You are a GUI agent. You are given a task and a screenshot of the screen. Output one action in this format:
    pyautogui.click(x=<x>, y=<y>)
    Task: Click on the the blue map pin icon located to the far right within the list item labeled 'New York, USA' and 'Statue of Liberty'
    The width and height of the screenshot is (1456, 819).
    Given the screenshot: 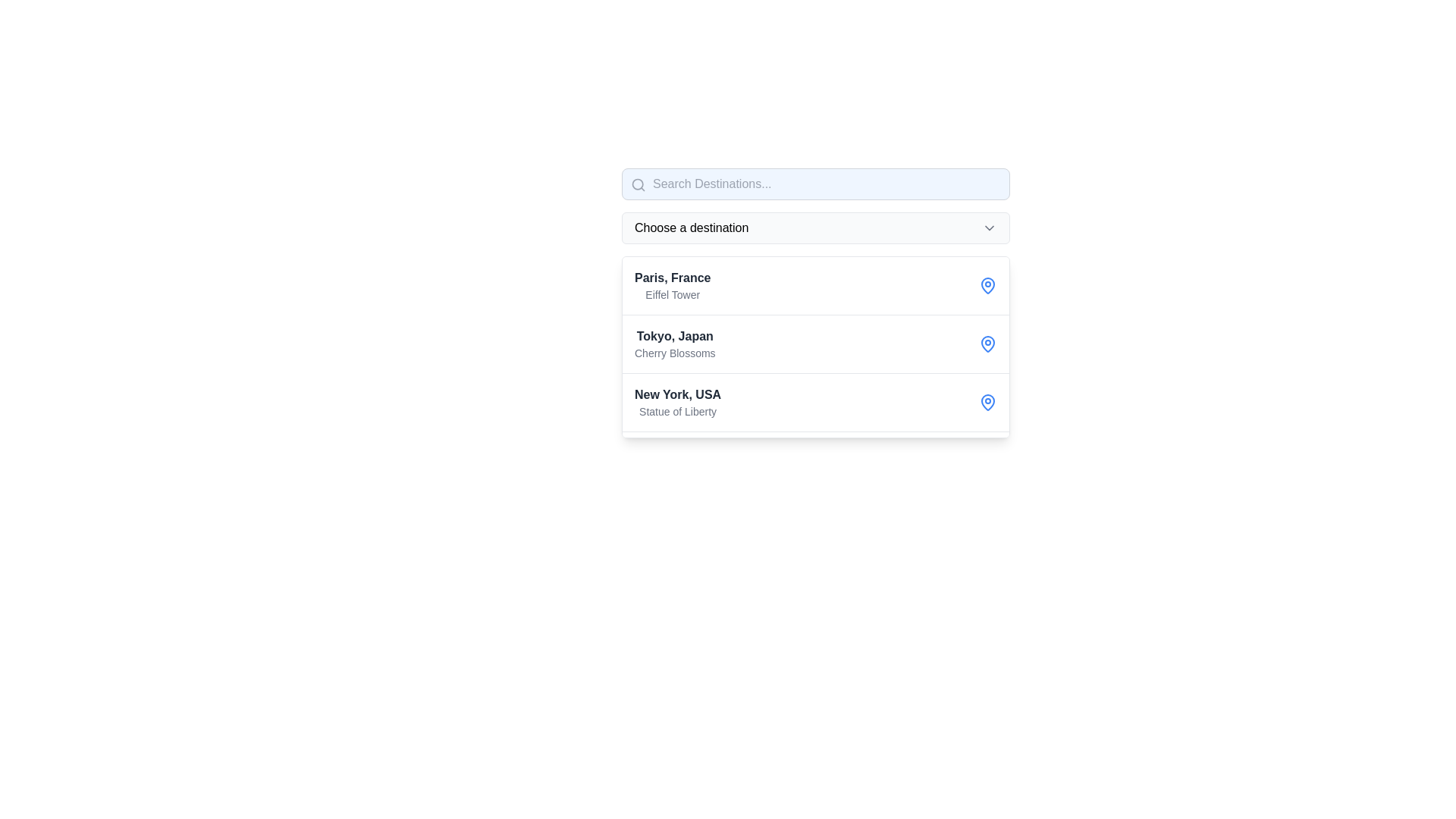 What is the action you would take?
    pyautogui.click(x=987, y=402)
    